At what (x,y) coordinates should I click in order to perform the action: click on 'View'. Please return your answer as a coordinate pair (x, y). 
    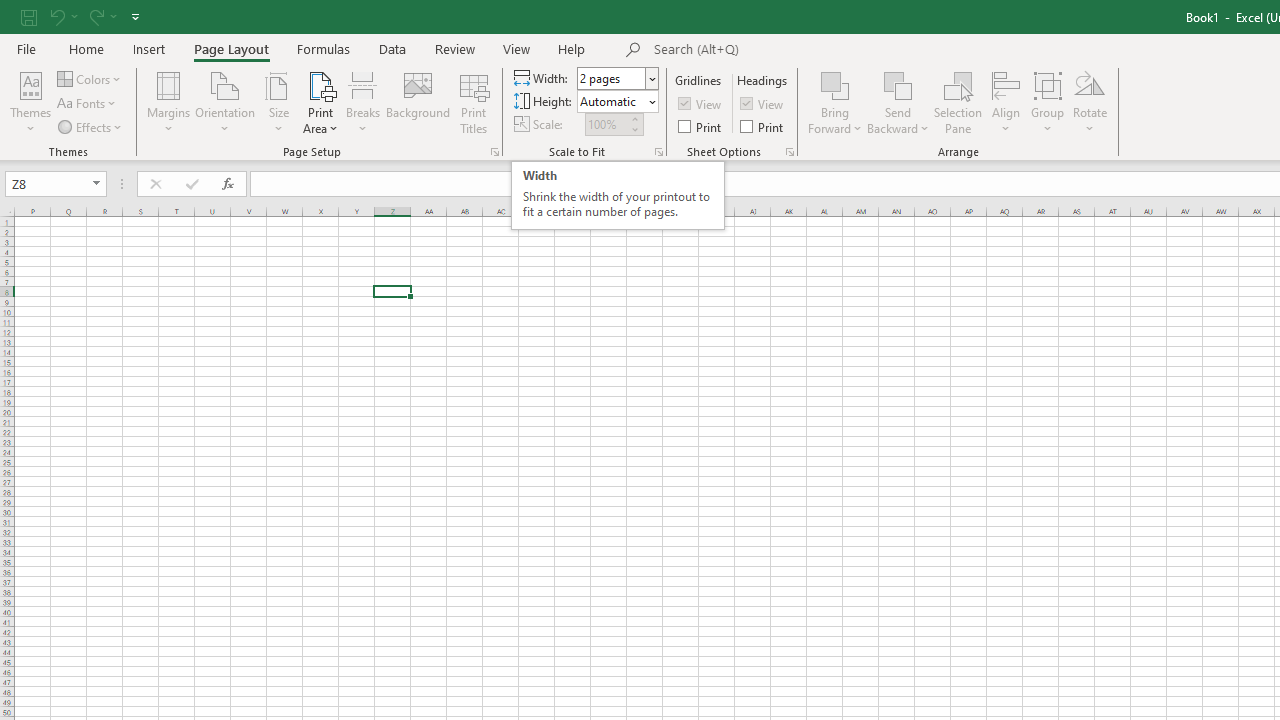
    Looking at the image, I should click on (517, 48).